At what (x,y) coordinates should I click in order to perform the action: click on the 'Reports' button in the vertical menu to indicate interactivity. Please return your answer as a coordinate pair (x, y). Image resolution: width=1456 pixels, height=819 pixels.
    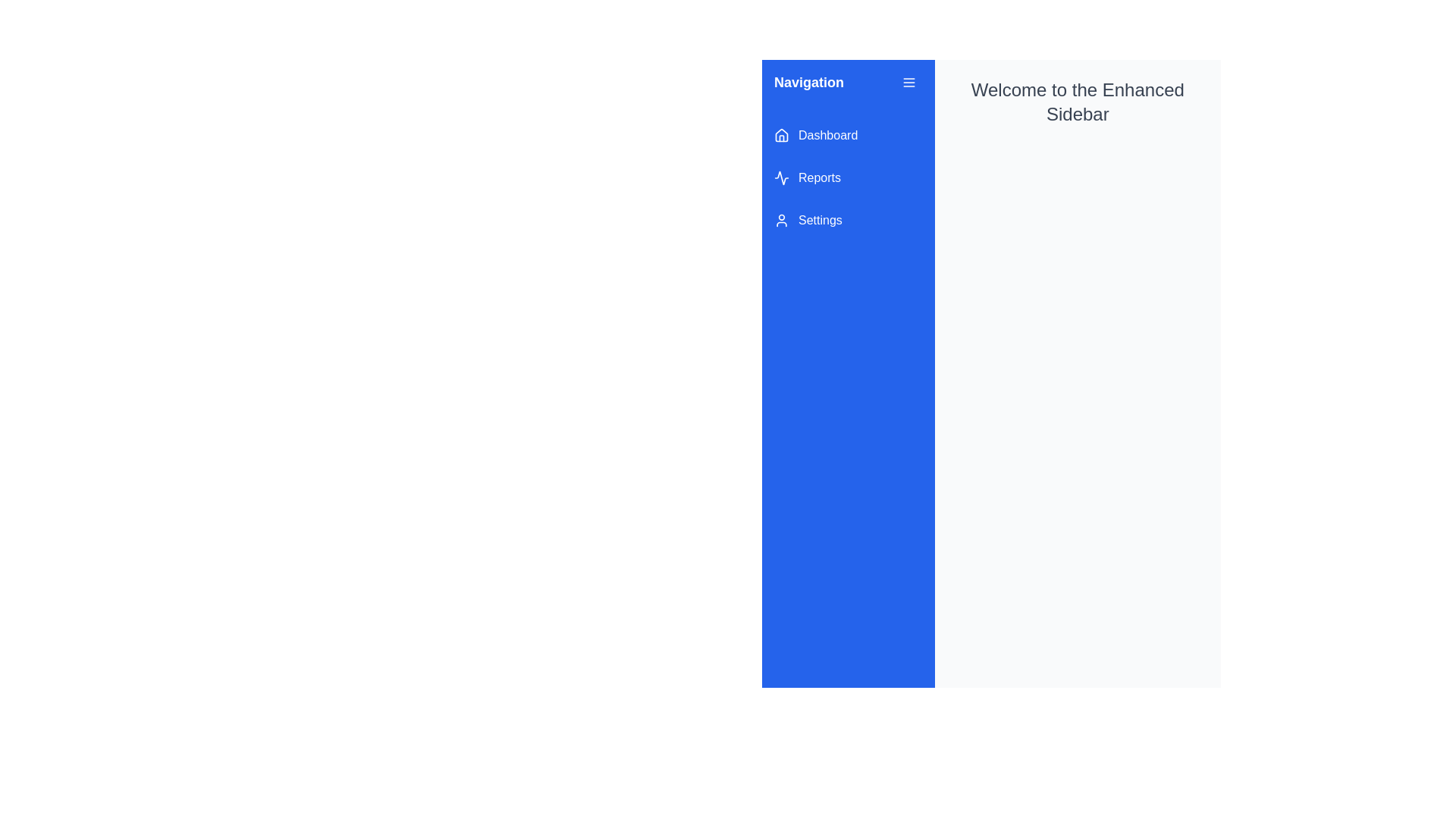
    Looking at the image, I should click on (847, 177).